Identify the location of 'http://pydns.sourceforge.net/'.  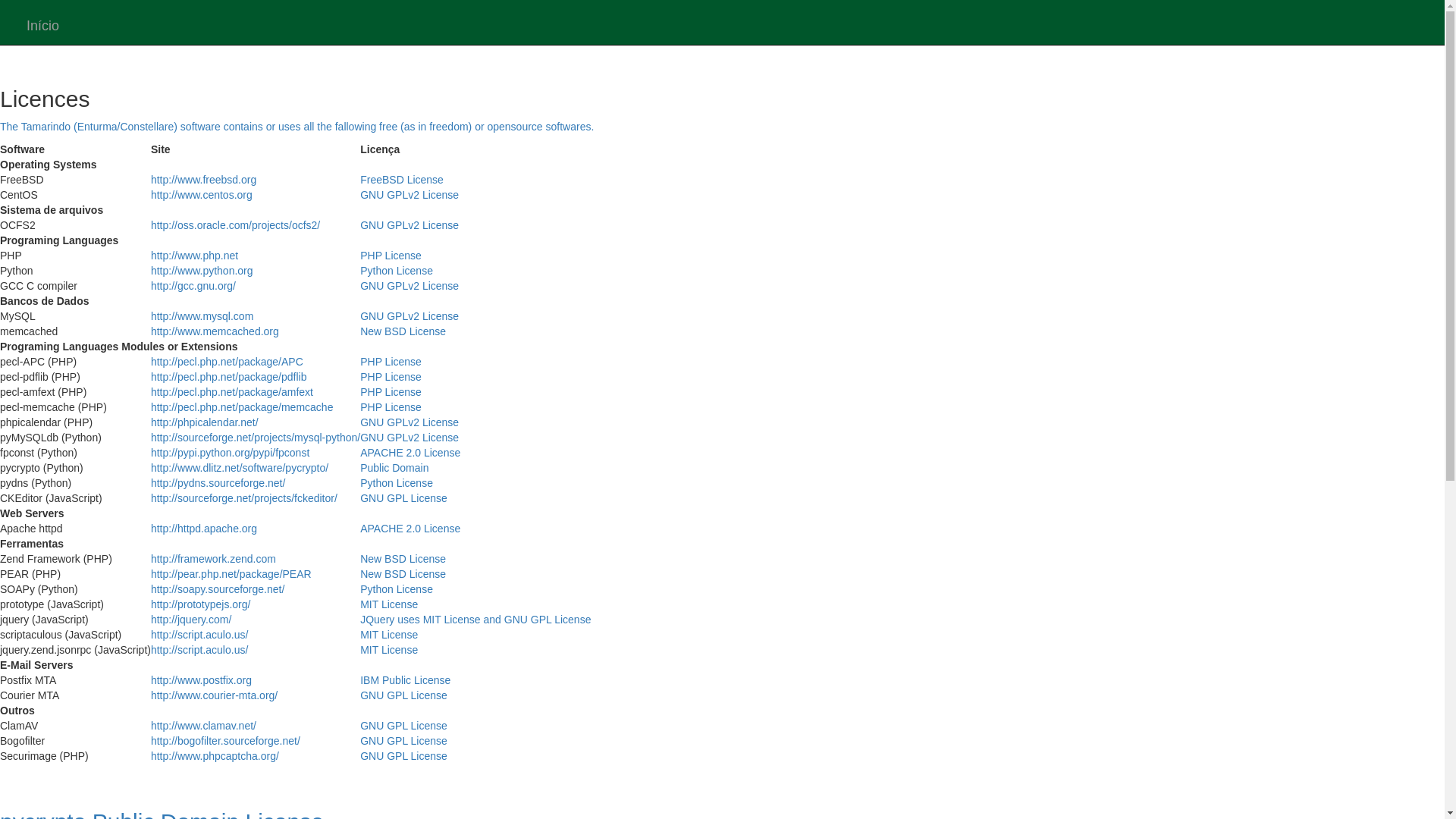
(217, 482).